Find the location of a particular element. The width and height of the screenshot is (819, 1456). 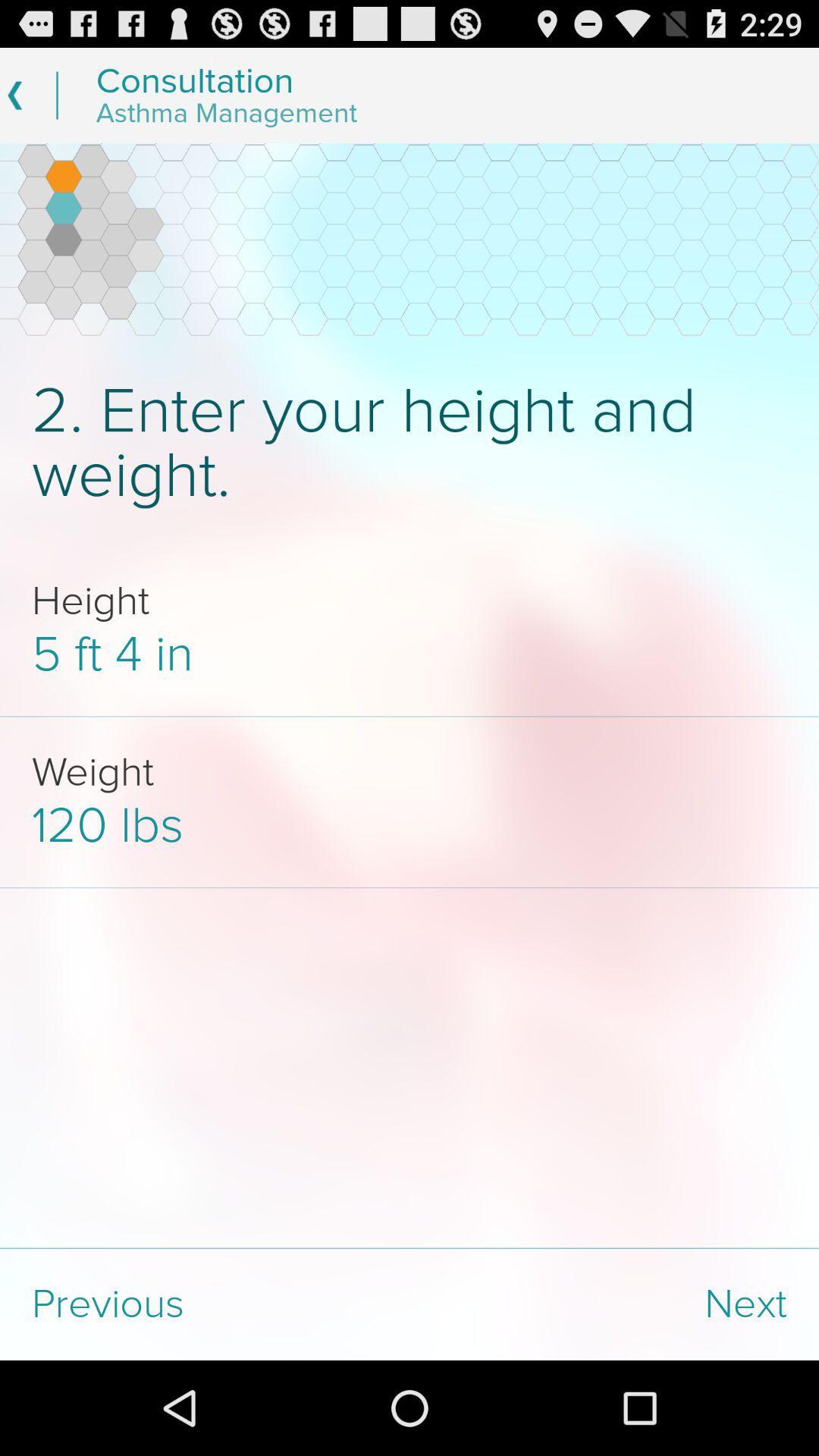

the 120 lbs icon is located at coordinates (409, 825).